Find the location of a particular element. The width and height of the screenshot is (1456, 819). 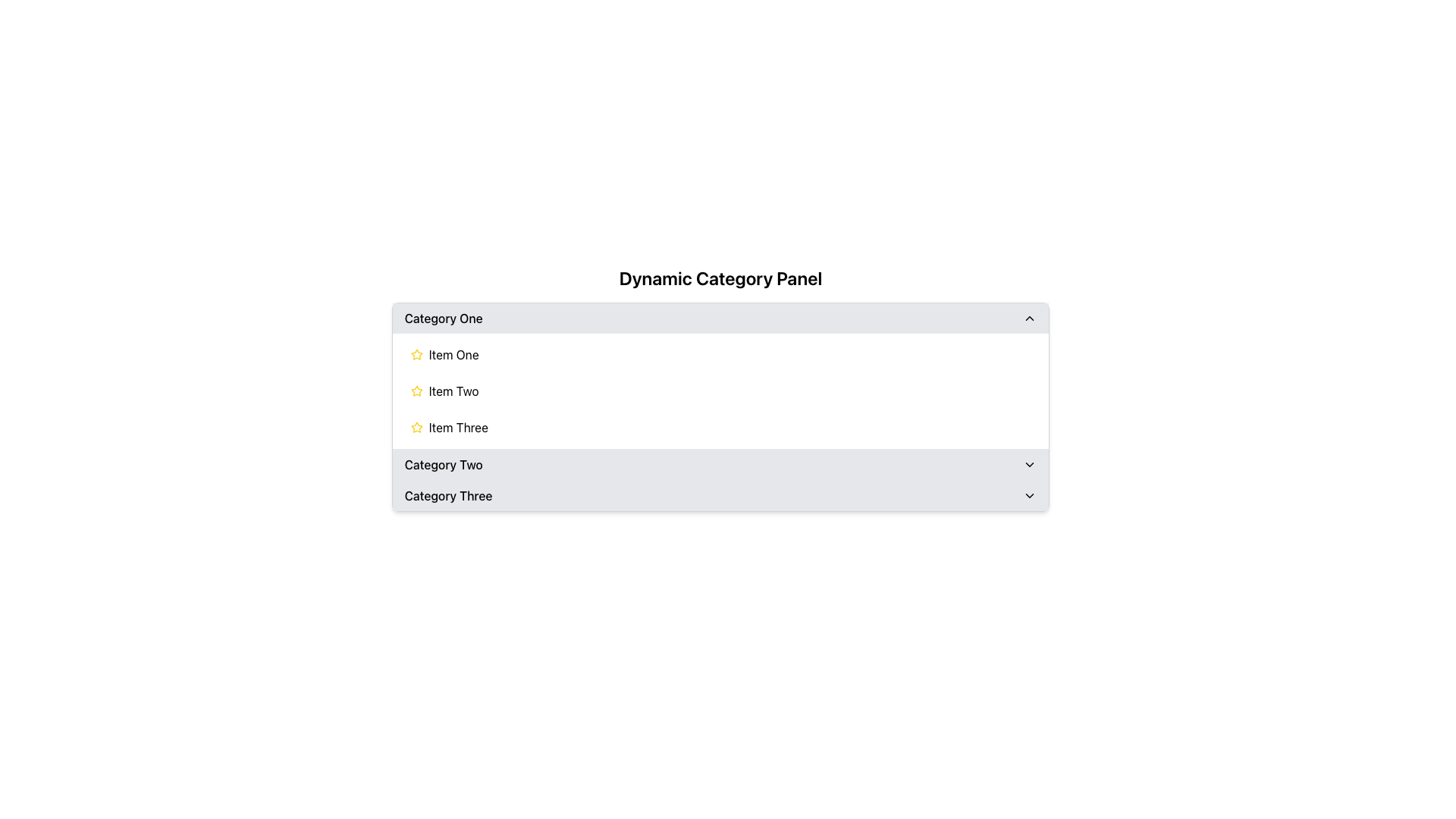

the visual indication of the star icon associated with 'Item Two' in 'Category One', which is the second star in the list is located at coordinates (416, 391).